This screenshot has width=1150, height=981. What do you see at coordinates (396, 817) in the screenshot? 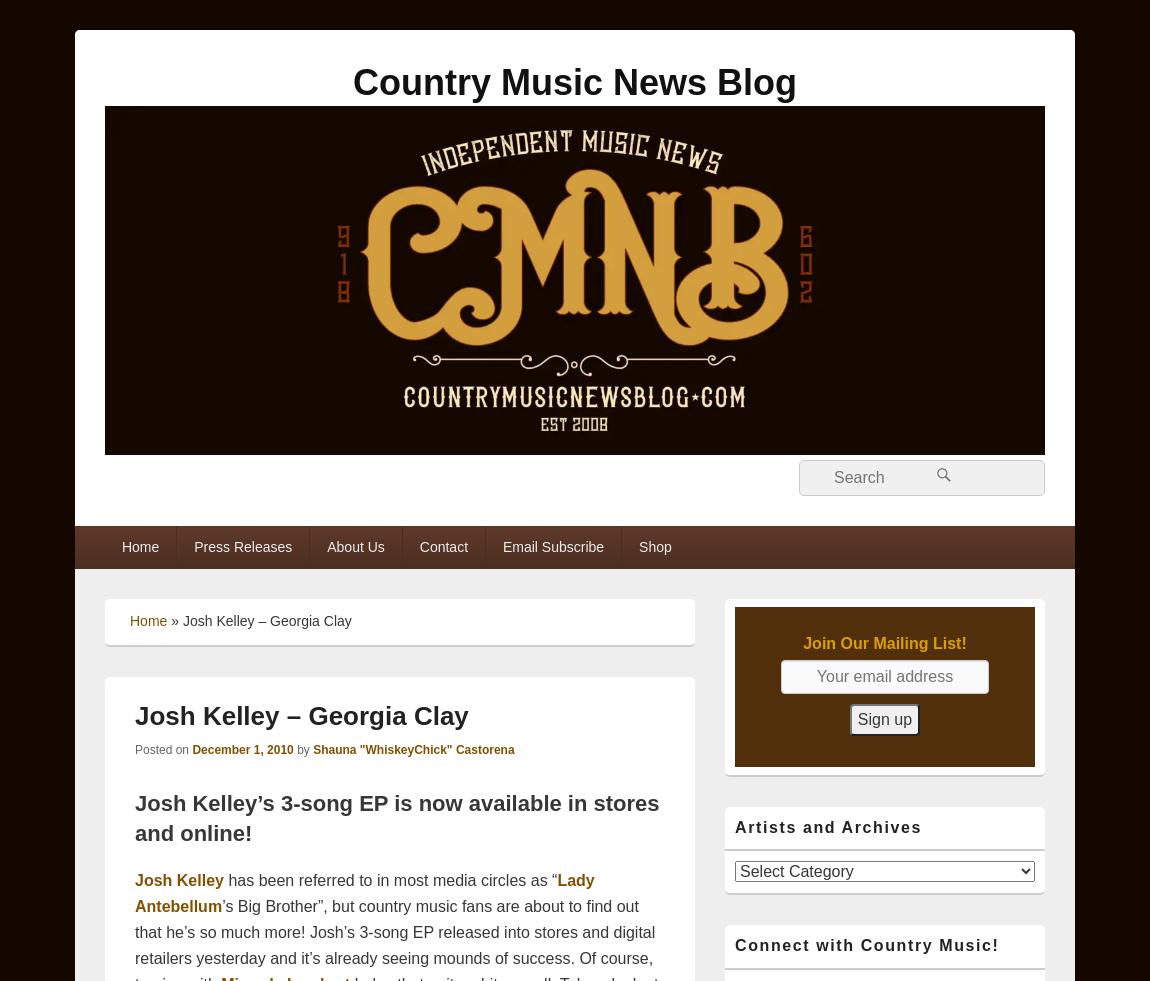
I see `'Josh Kelley’s 3-song EP is now available in stores and online!'` at bounding box center [396, 817].